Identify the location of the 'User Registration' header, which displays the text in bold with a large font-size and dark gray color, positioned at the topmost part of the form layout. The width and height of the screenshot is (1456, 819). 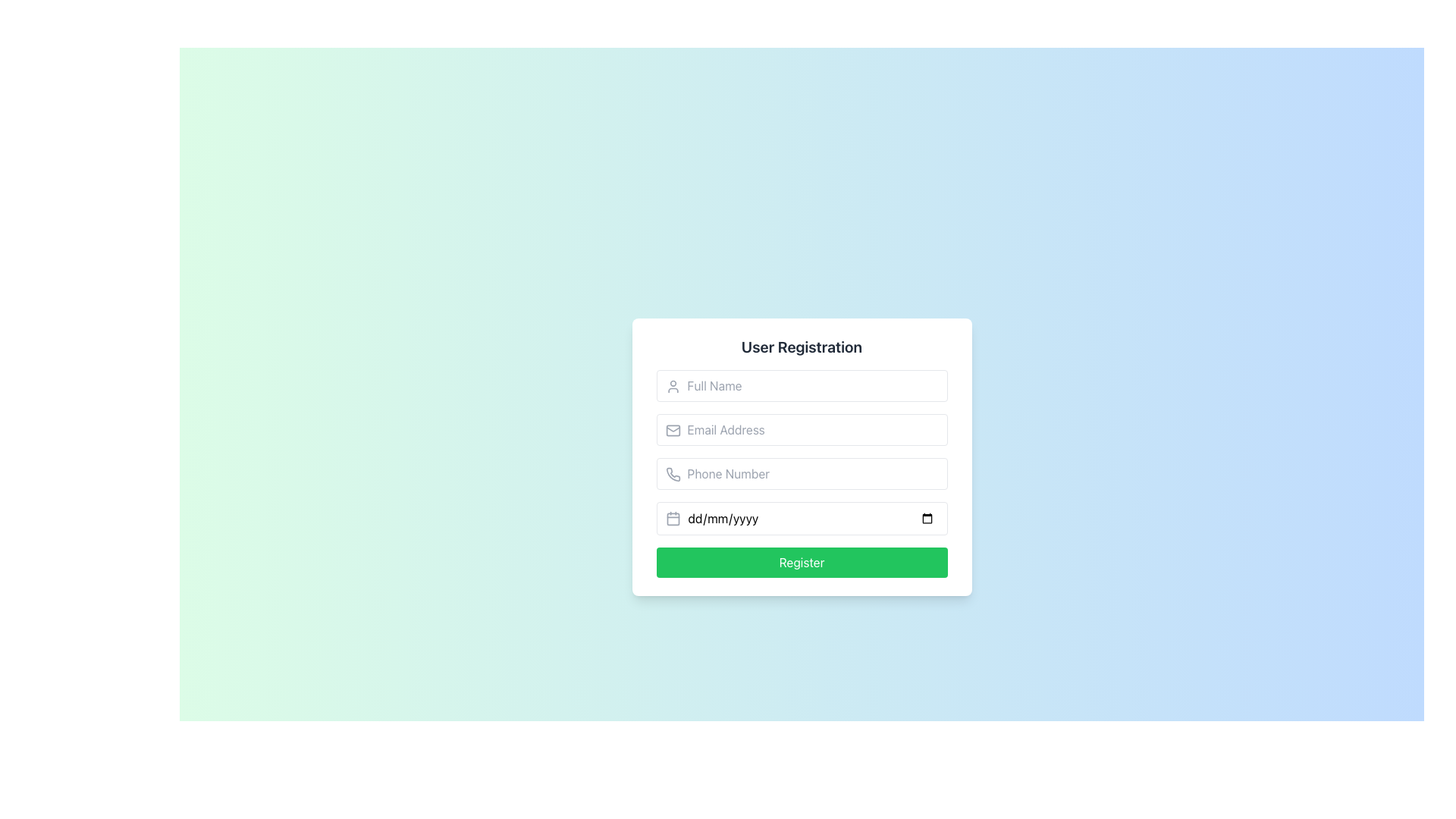
(801, 347).